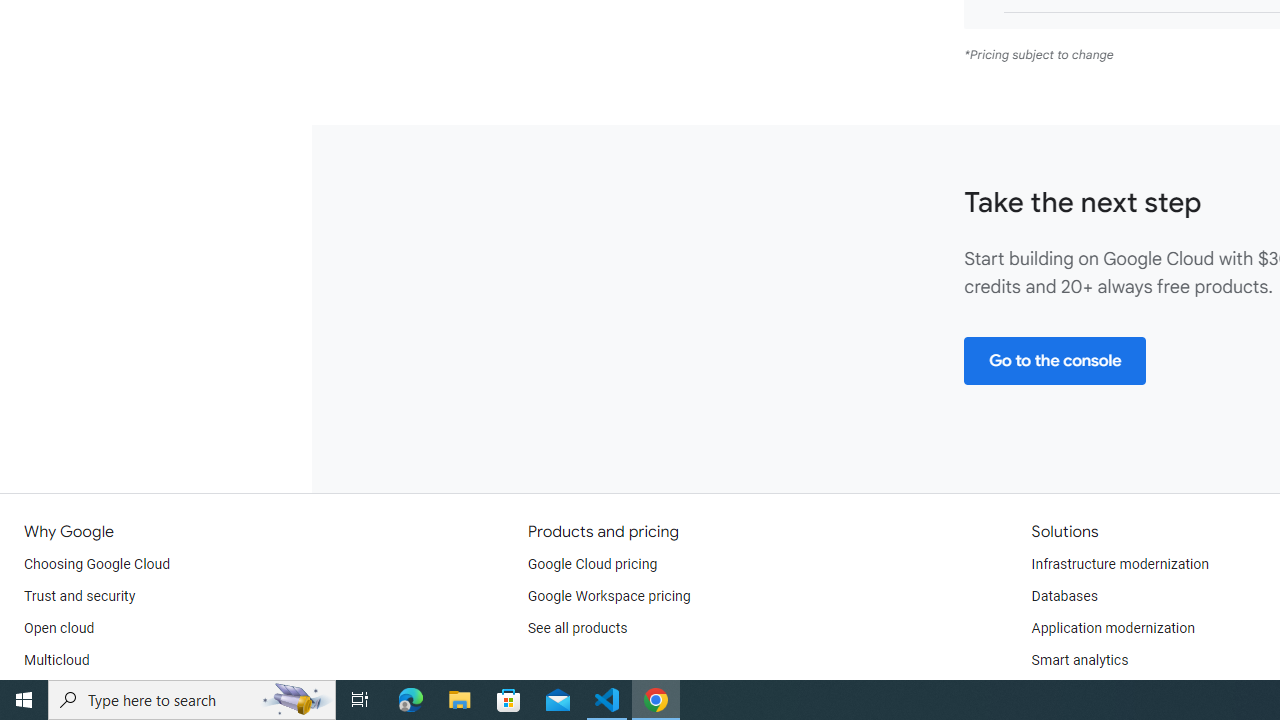  I want to click on 'Global infrastructure', so click(87, 691).